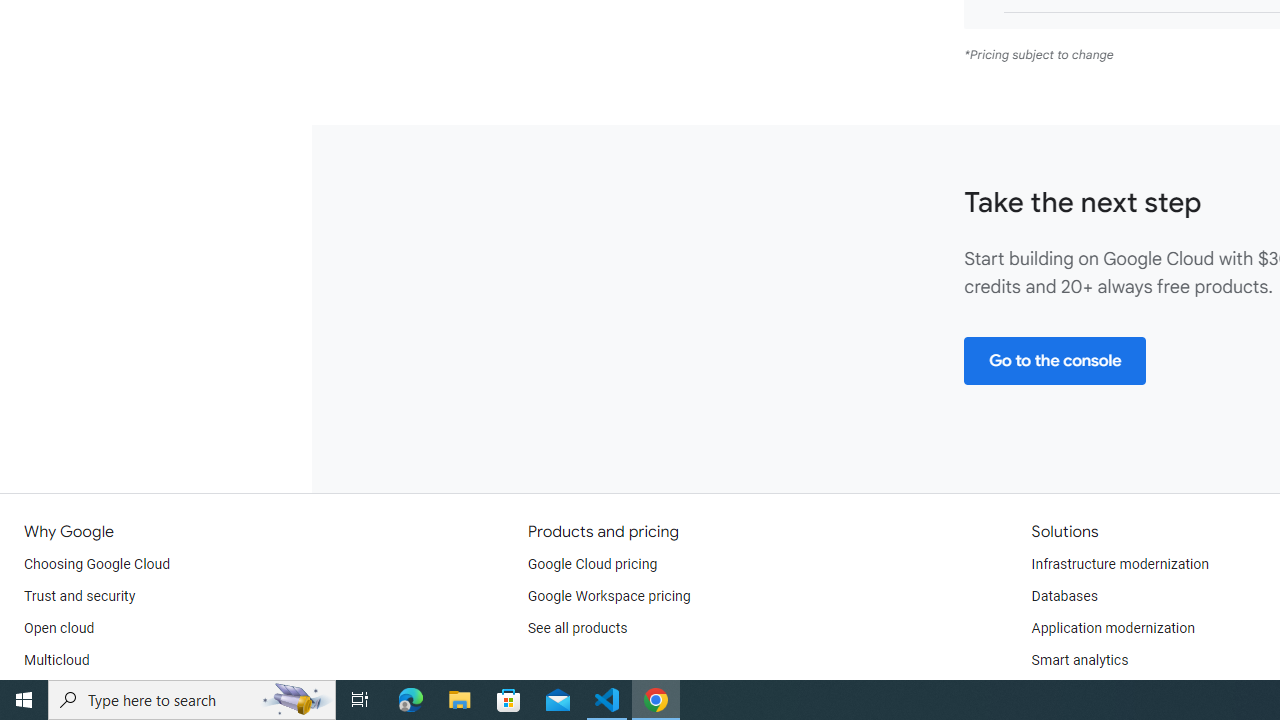  I want to click on 'Global infrastructure', so click(87, 691).